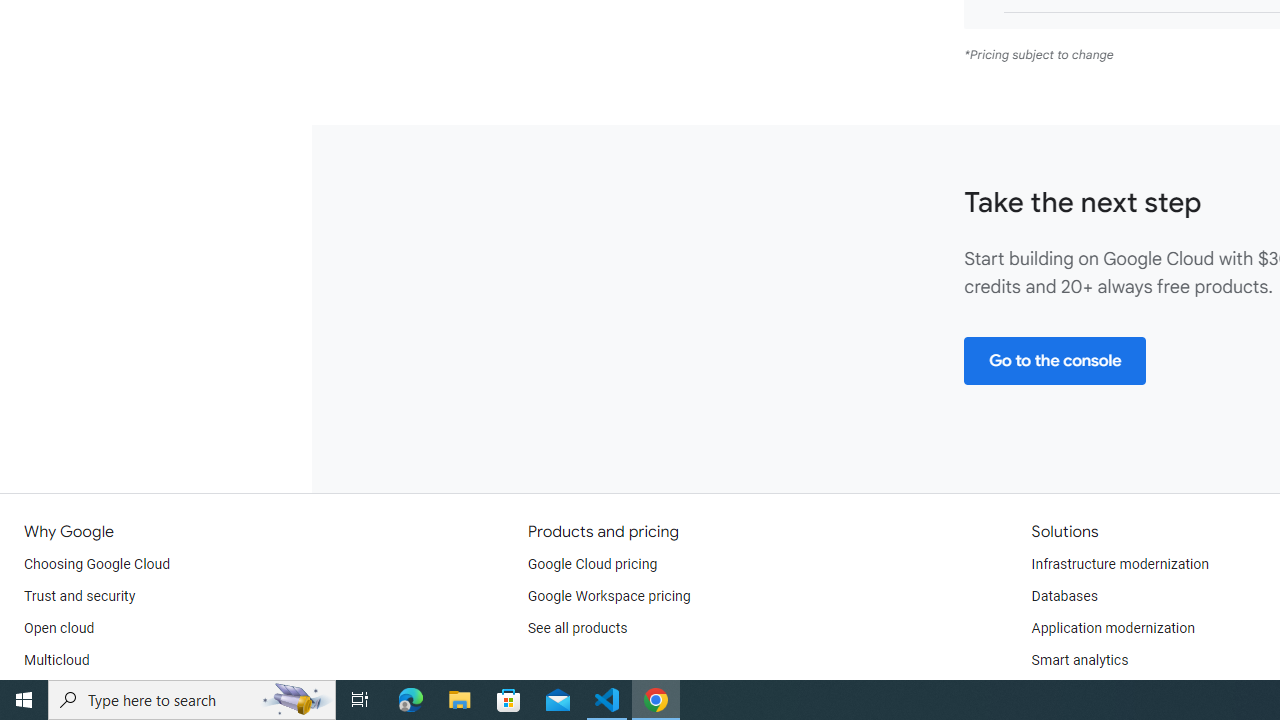  I want to click on 'Global infrastructure', so click(87, 691).